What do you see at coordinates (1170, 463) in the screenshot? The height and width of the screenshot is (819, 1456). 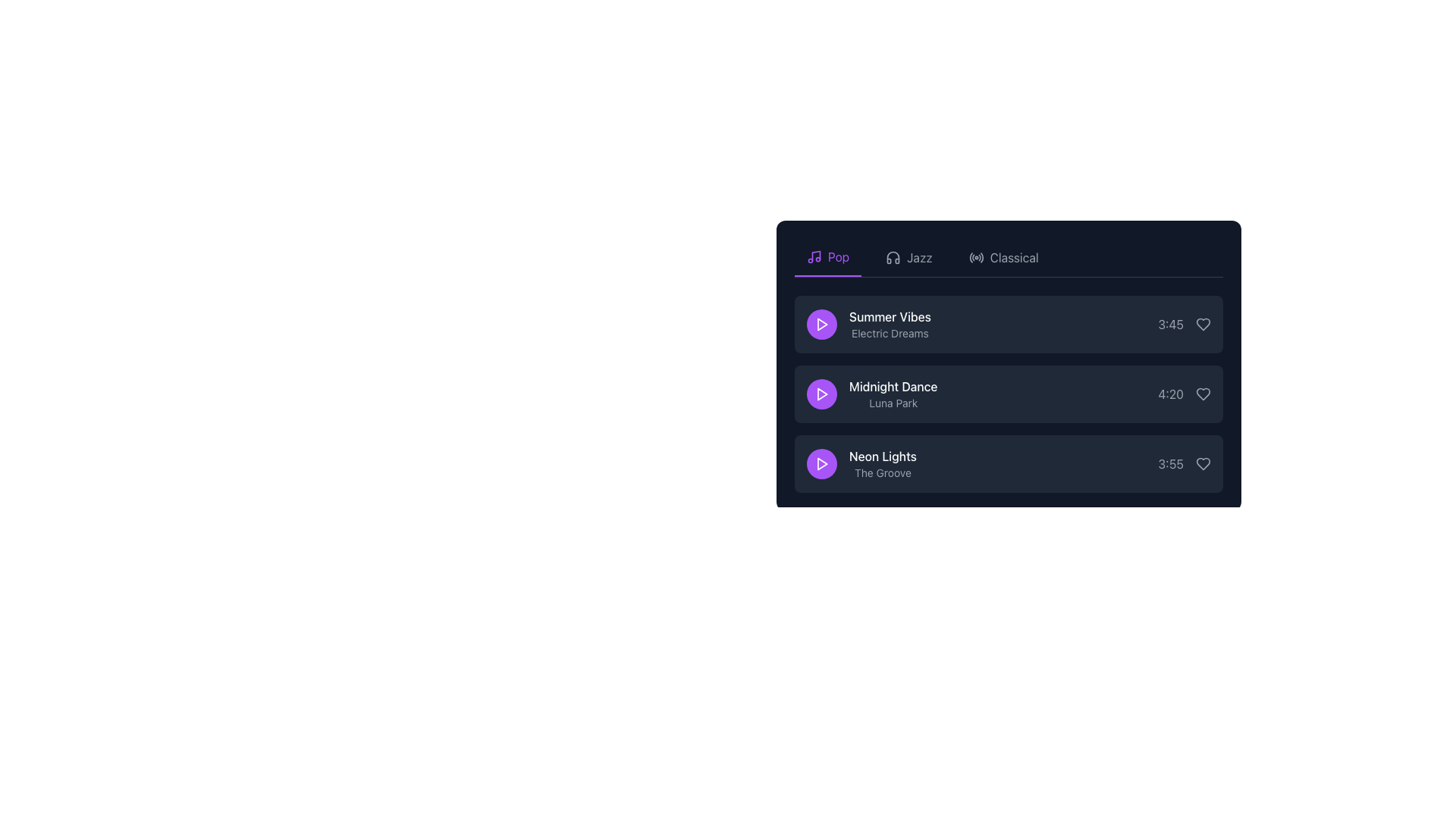 I see `the text label displaying '3:55' in gray color, which is aligned to the right side of the horizontal track item row within a dark-themed interface` at bounding box center [1170, 463].